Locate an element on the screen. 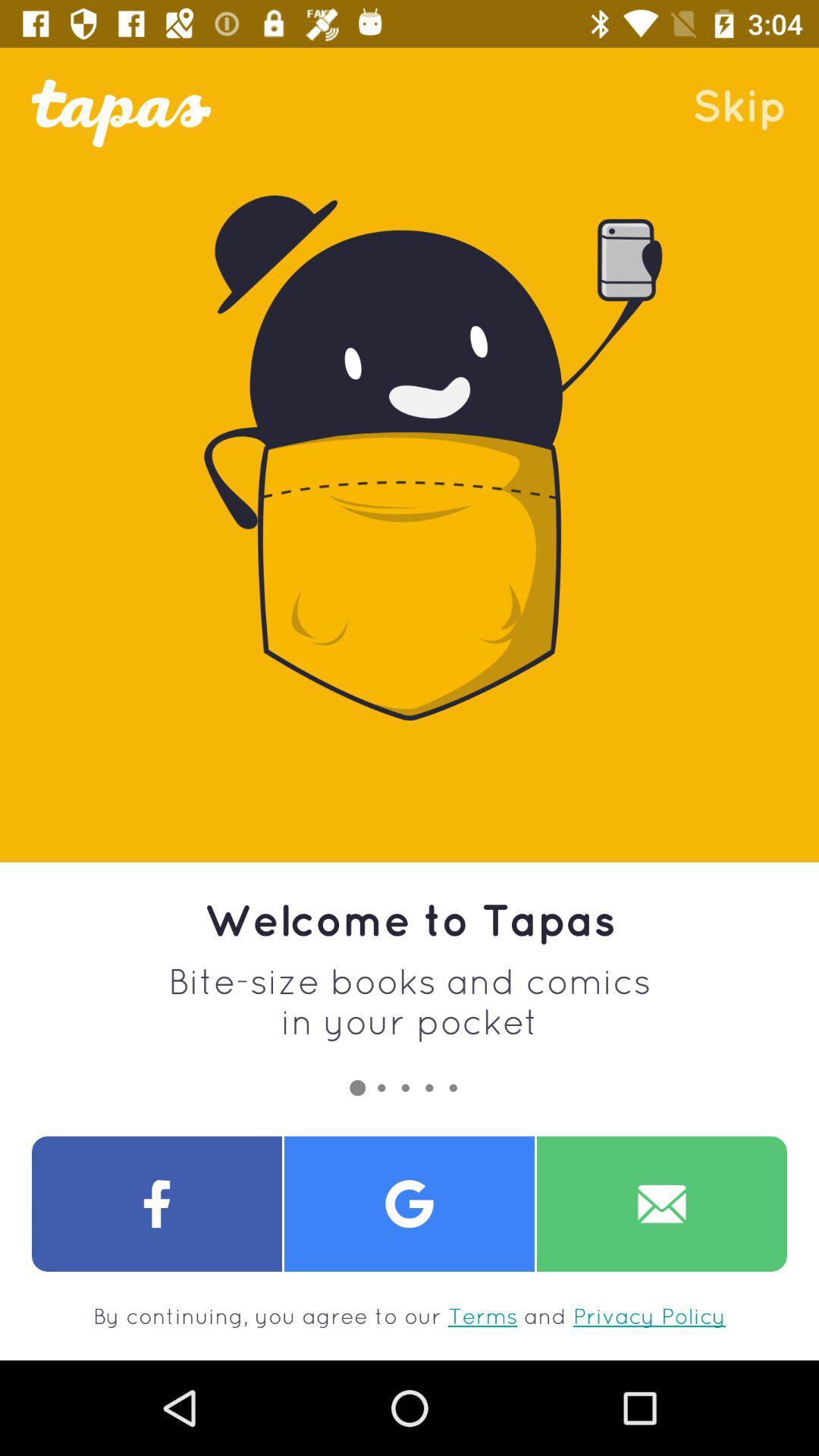 The image size is (819, 1456). google page is located at coordinates (409, 1203).